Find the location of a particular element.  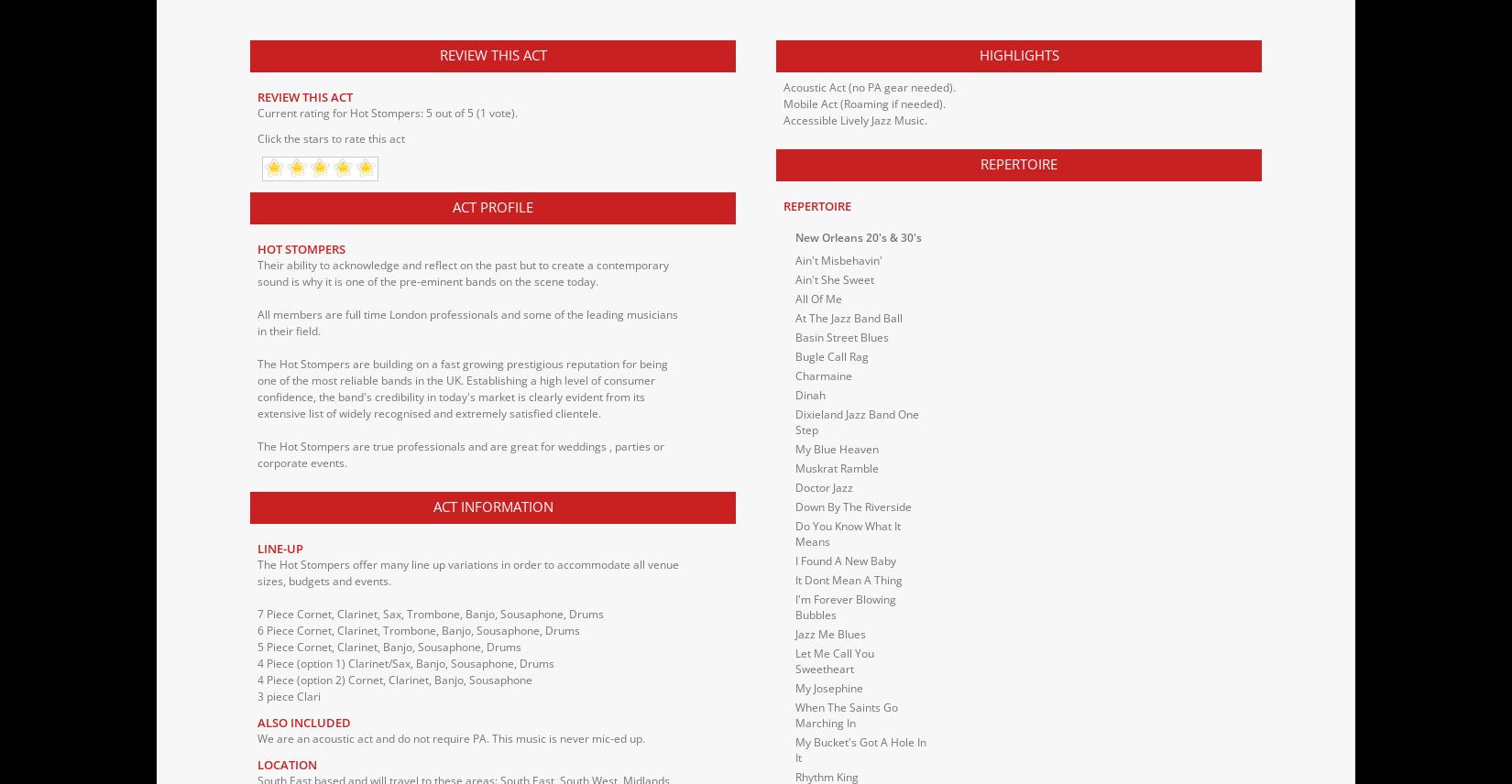

'Line-up' is located at coordinates (280, 548).